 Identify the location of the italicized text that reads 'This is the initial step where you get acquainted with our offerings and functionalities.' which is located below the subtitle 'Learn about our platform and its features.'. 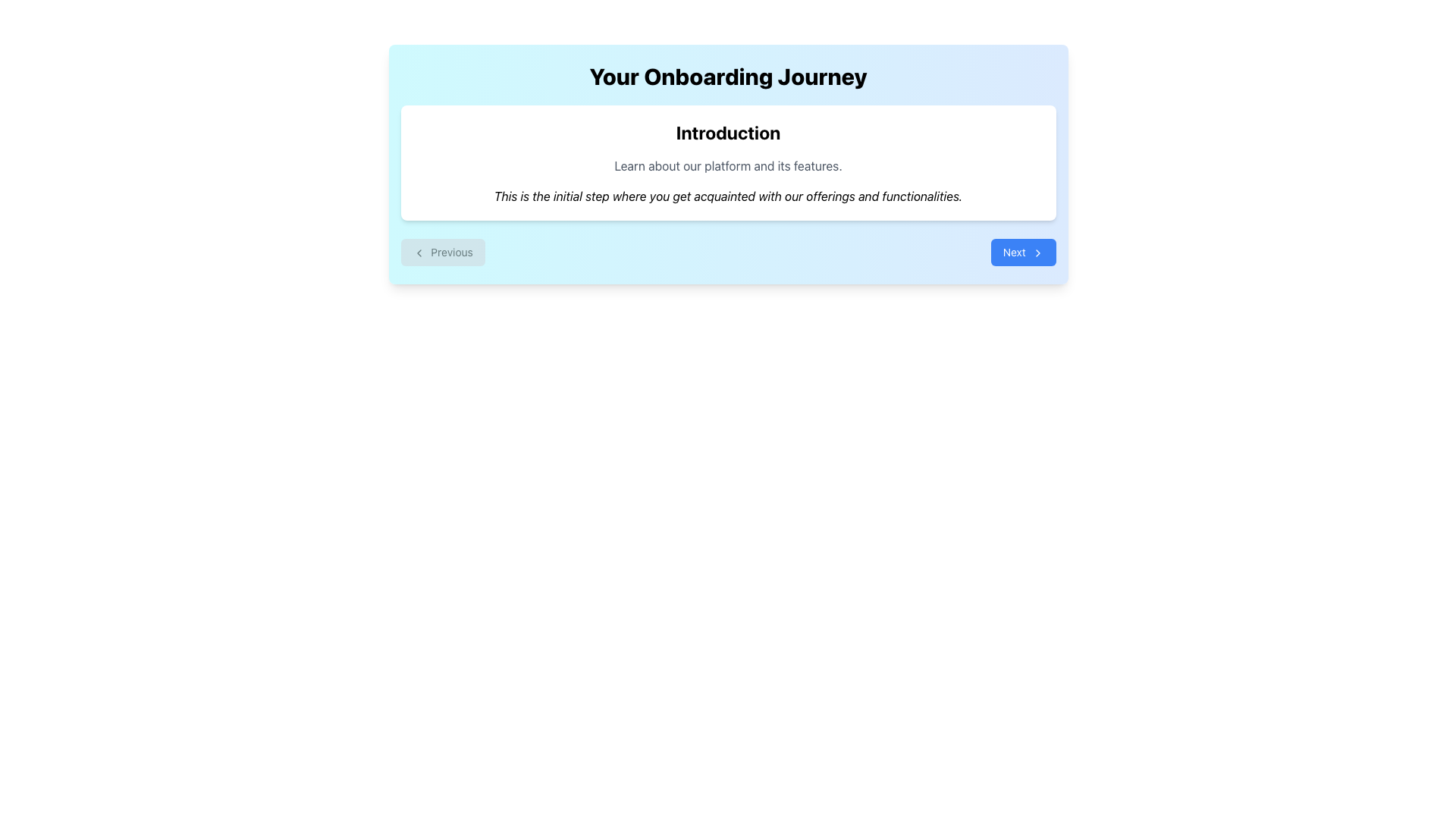
(728, 195).